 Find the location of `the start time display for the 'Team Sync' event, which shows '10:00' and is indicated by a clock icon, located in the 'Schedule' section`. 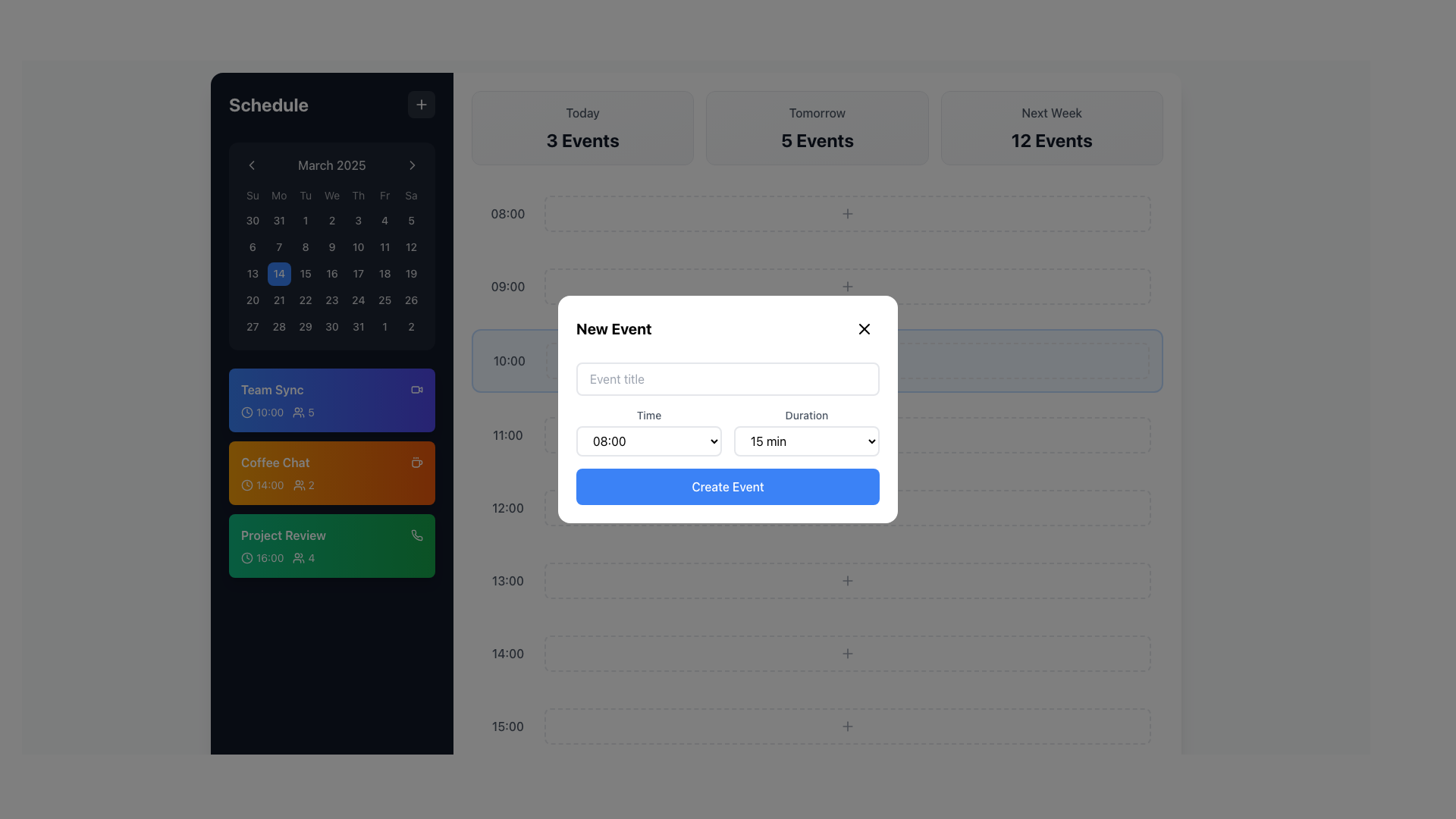

the start time display for the 'Team Sync' event, which shows '10:00' and is indicated by a clock icon, located in the 'Schedule' section is located at coordinates (262, 413).